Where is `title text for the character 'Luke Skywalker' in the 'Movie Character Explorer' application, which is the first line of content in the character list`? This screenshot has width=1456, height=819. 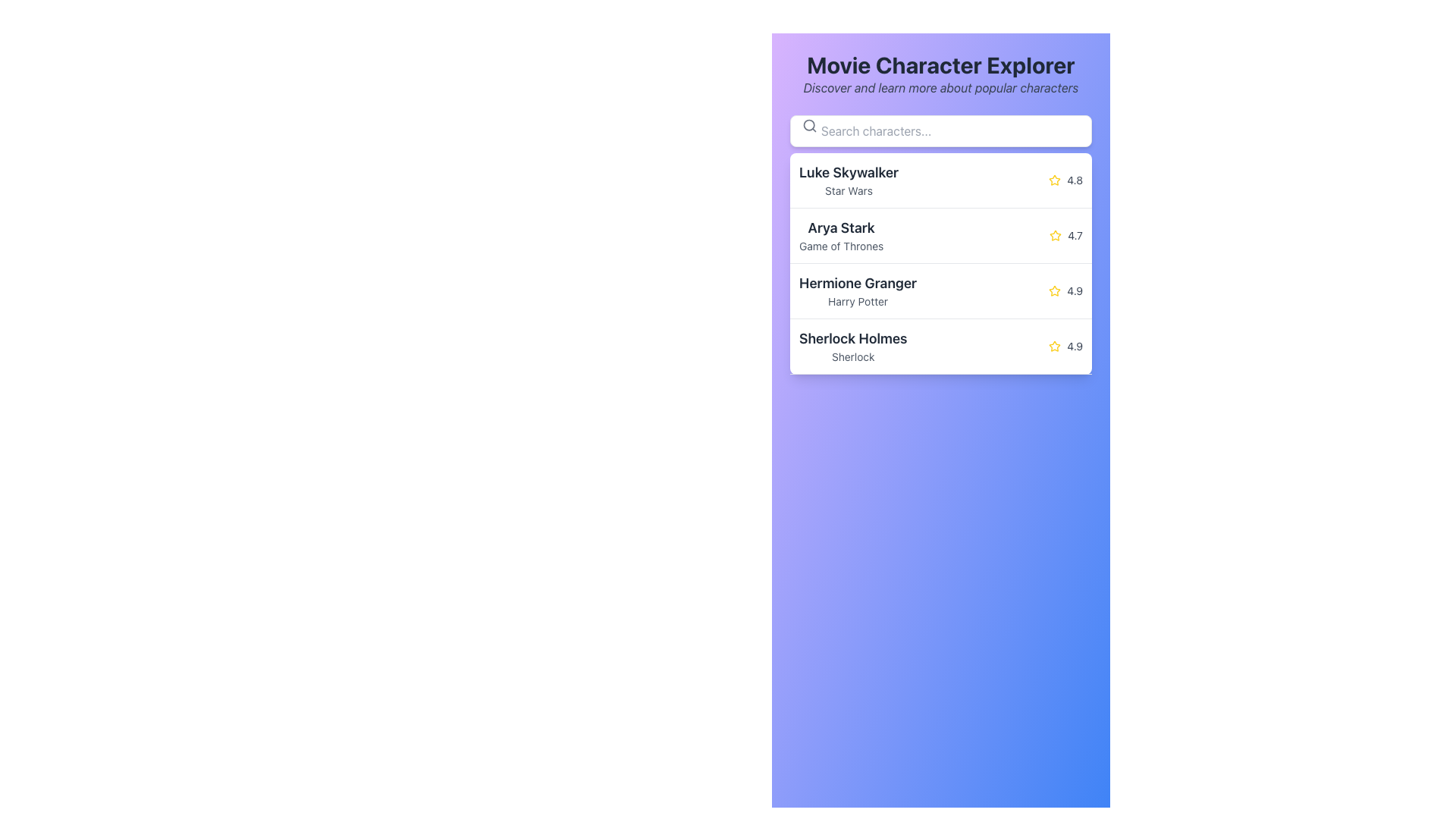
title text for the character 'Luke Skywalker' in the 'Movie Character Explorer' application, which is the first line of content in the character list is located at coordinates (848, 171).